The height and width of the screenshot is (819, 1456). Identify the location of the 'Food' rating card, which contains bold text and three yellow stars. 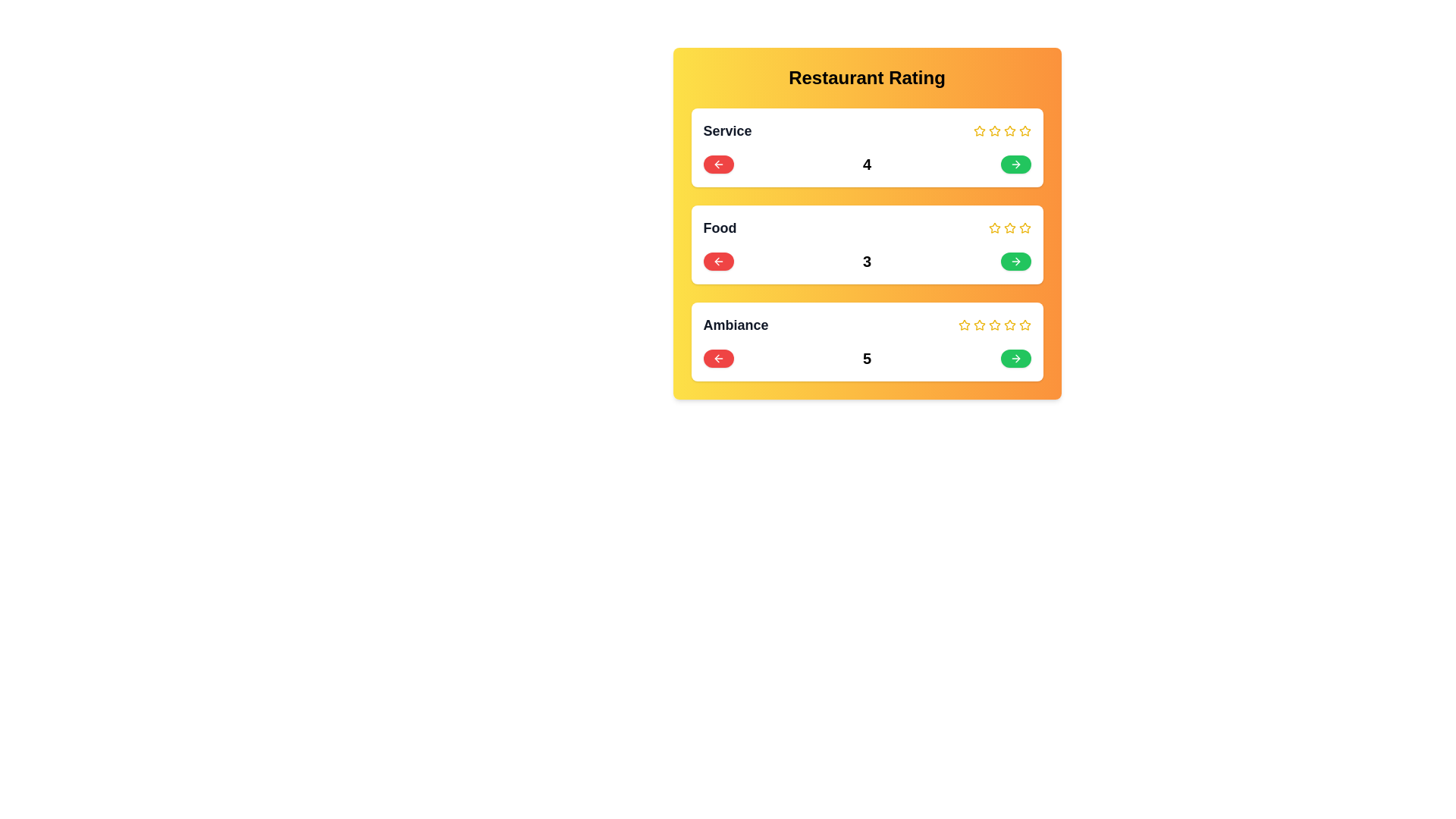
(867, 227).